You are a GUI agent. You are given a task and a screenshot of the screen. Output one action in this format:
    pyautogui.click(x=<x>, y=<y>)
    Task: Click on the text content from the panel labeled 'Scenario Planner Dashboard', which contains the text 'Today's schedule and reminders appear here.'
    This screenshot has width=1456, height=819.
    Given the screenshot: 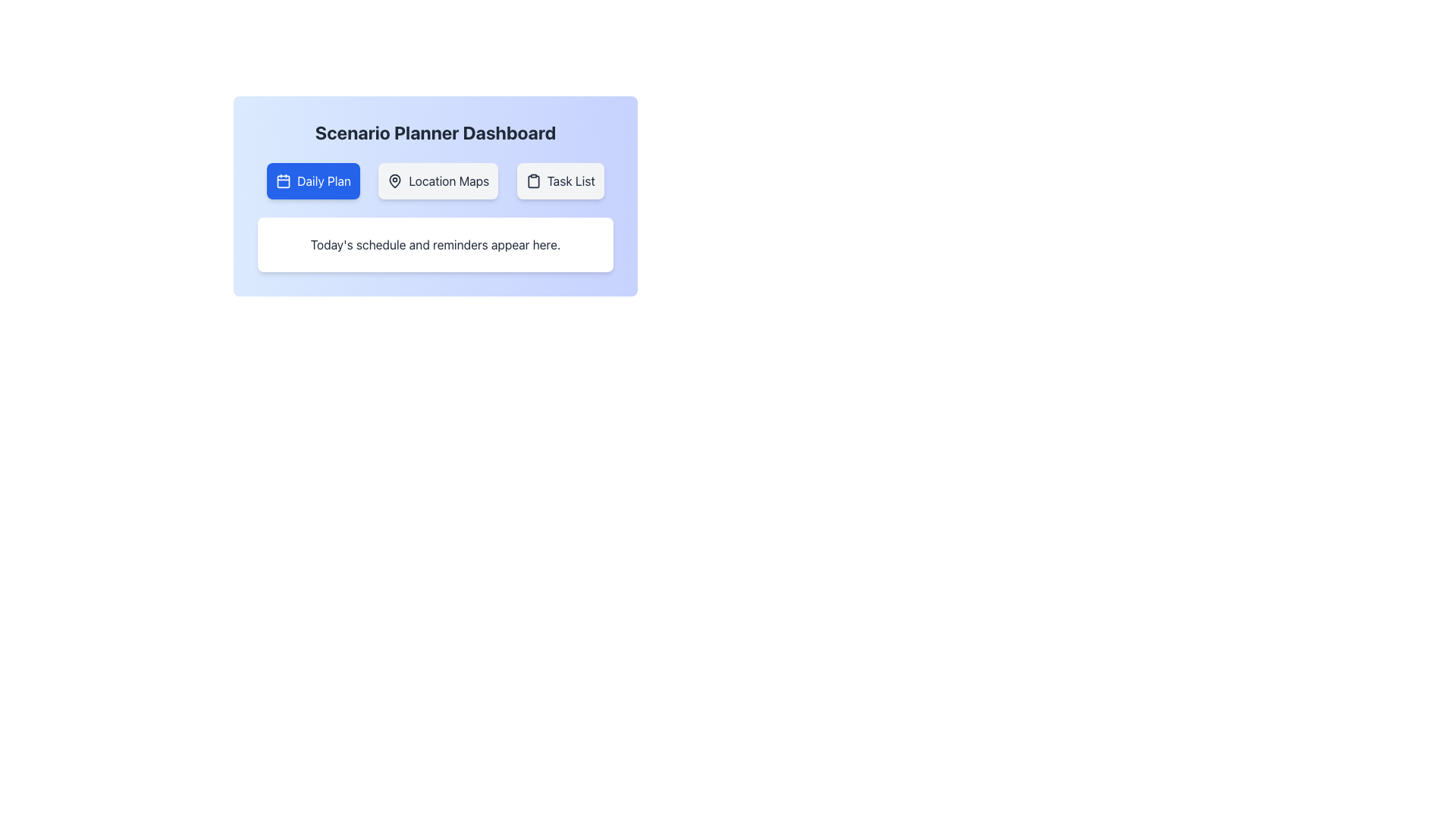 What is the action you would take?
    pyautogui.click(x=435, y=195)
    